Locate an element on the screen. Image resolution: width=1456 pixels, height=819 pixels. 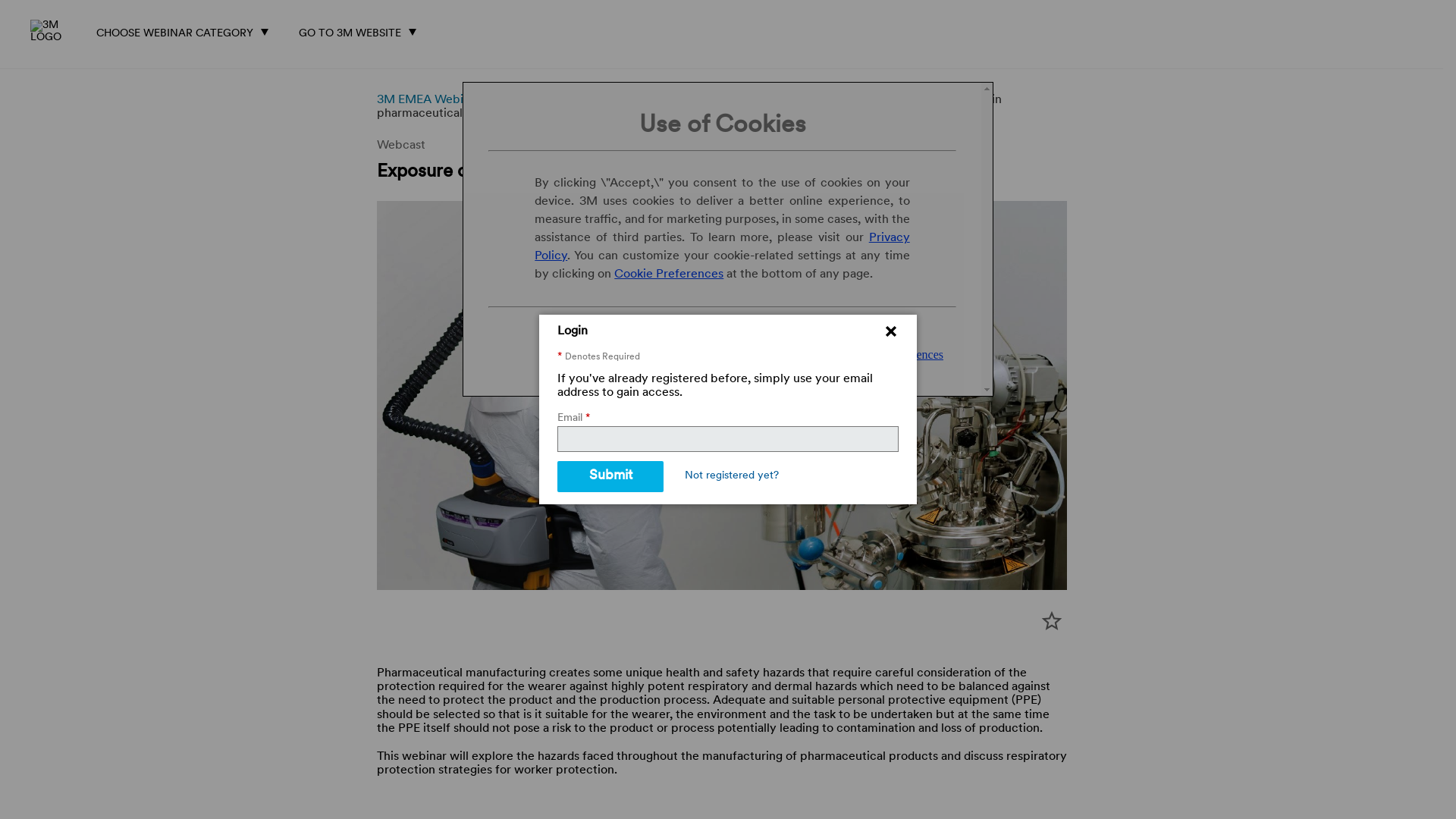
'3M United Kingdom' is located at coordinates (54, 32).